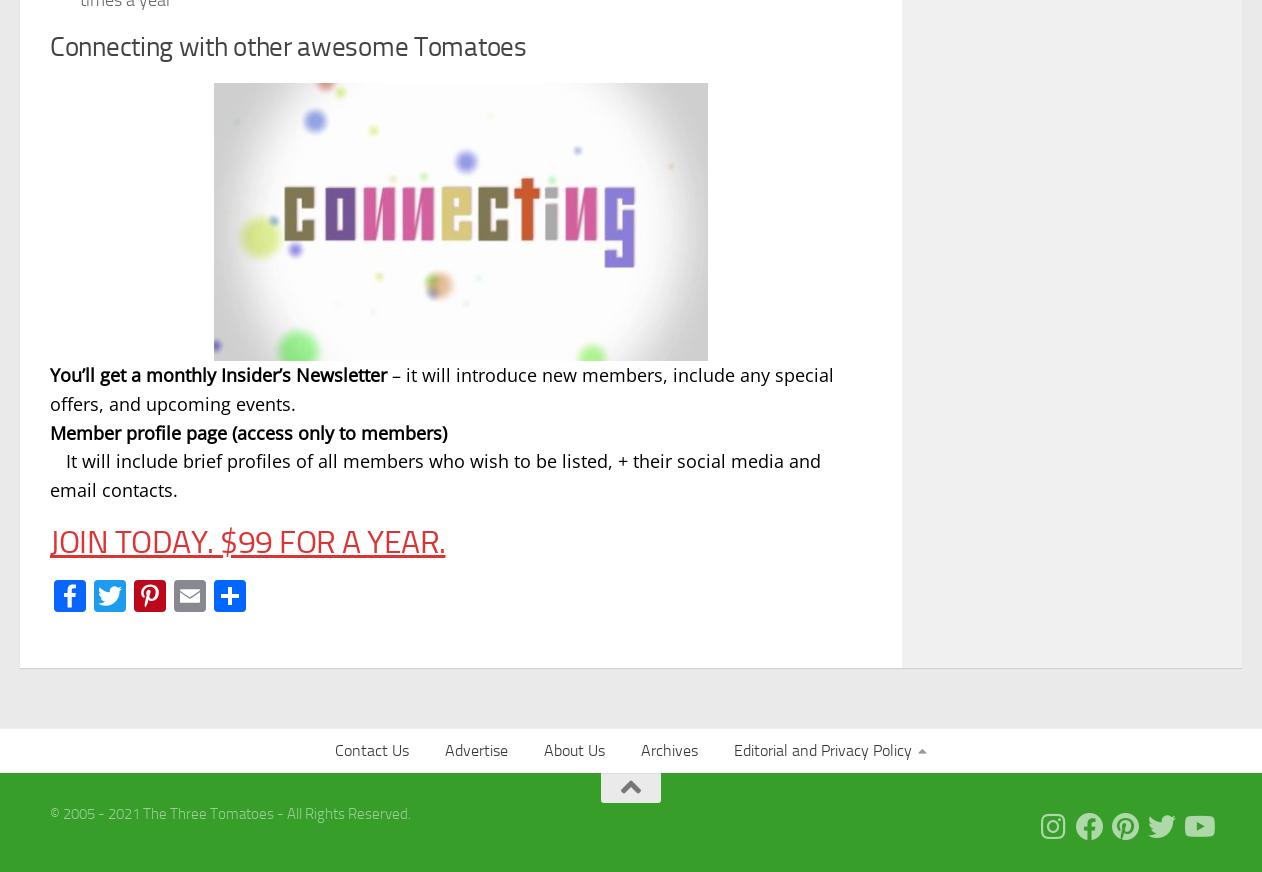 This screenshot has width=1262, height=872. Describe the element at coordinates (435, 474) in the screenshot. I see `'    It will include brief profiles of all members who wish to be listed, + their social media and email contacts.'` at that location.